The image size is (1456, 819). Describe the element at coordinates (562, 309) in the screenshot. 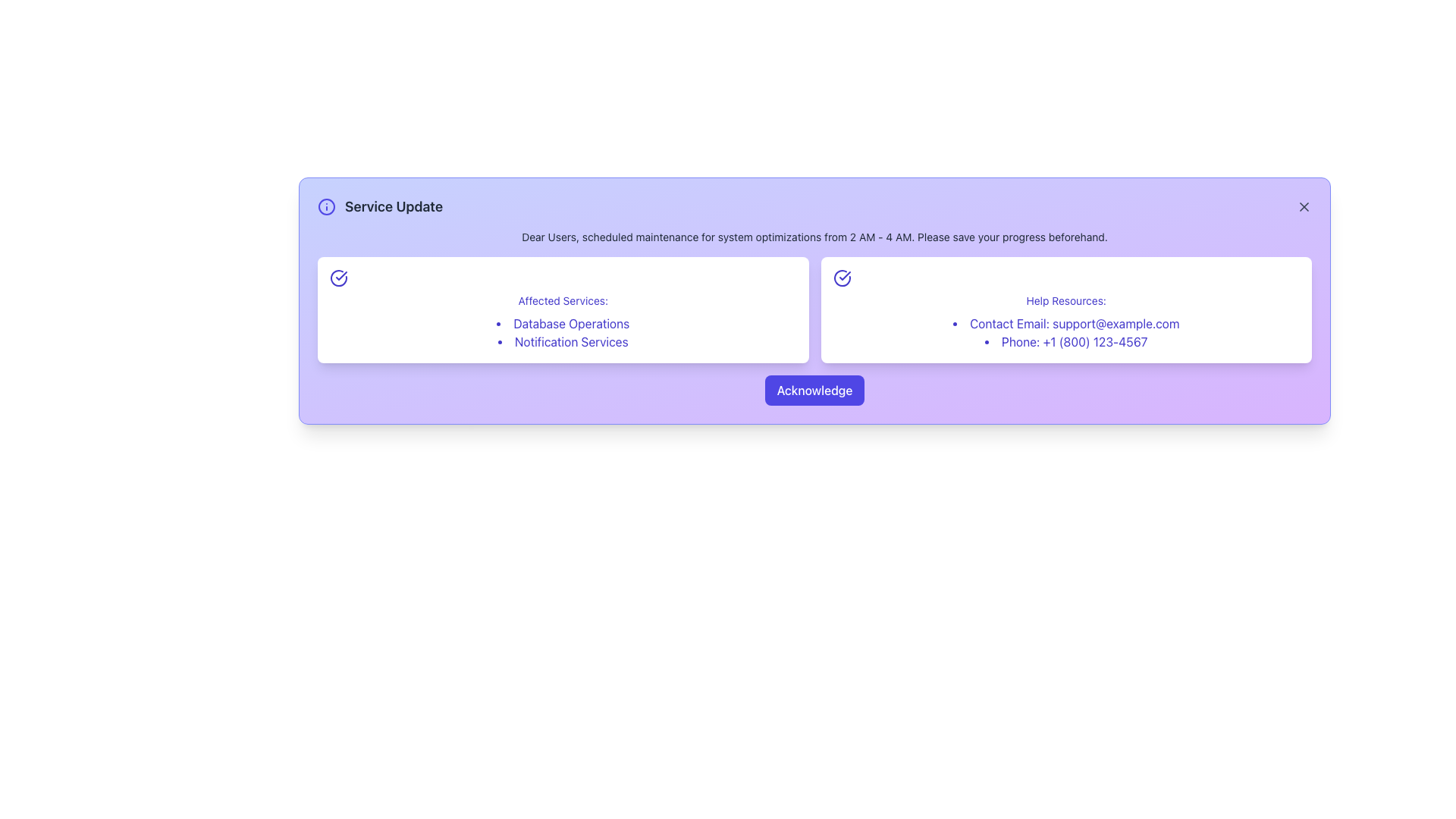

I see `information displayed in the Informational panel that contains the heading 'Affected Services:' and lists 'Database Operations' and 'Notification Services'` at that location.